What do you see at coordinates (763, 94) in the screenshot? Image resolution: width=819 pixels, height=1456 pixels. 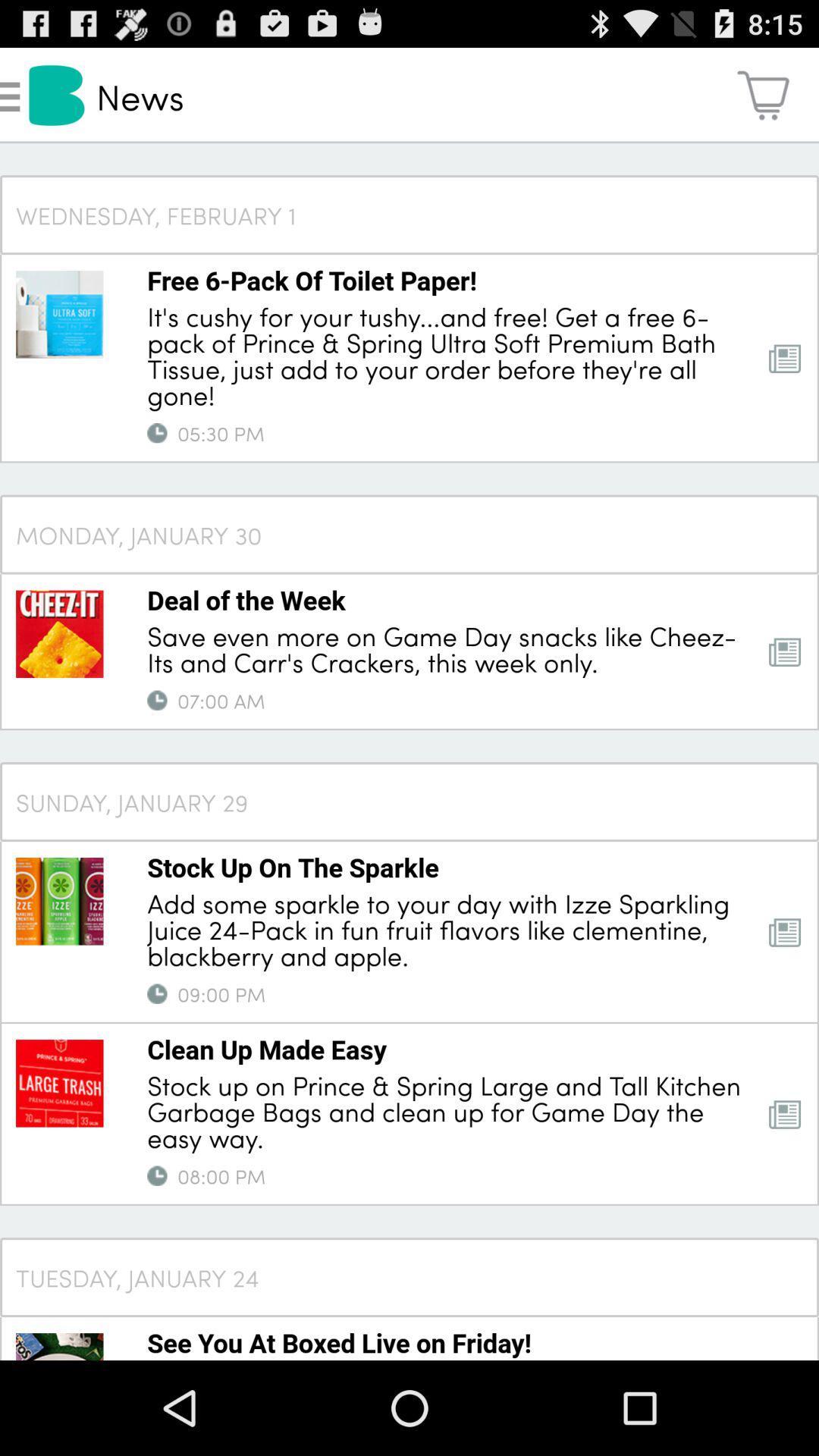 I see `the icon next to the news` at bounding box center [763, 94].